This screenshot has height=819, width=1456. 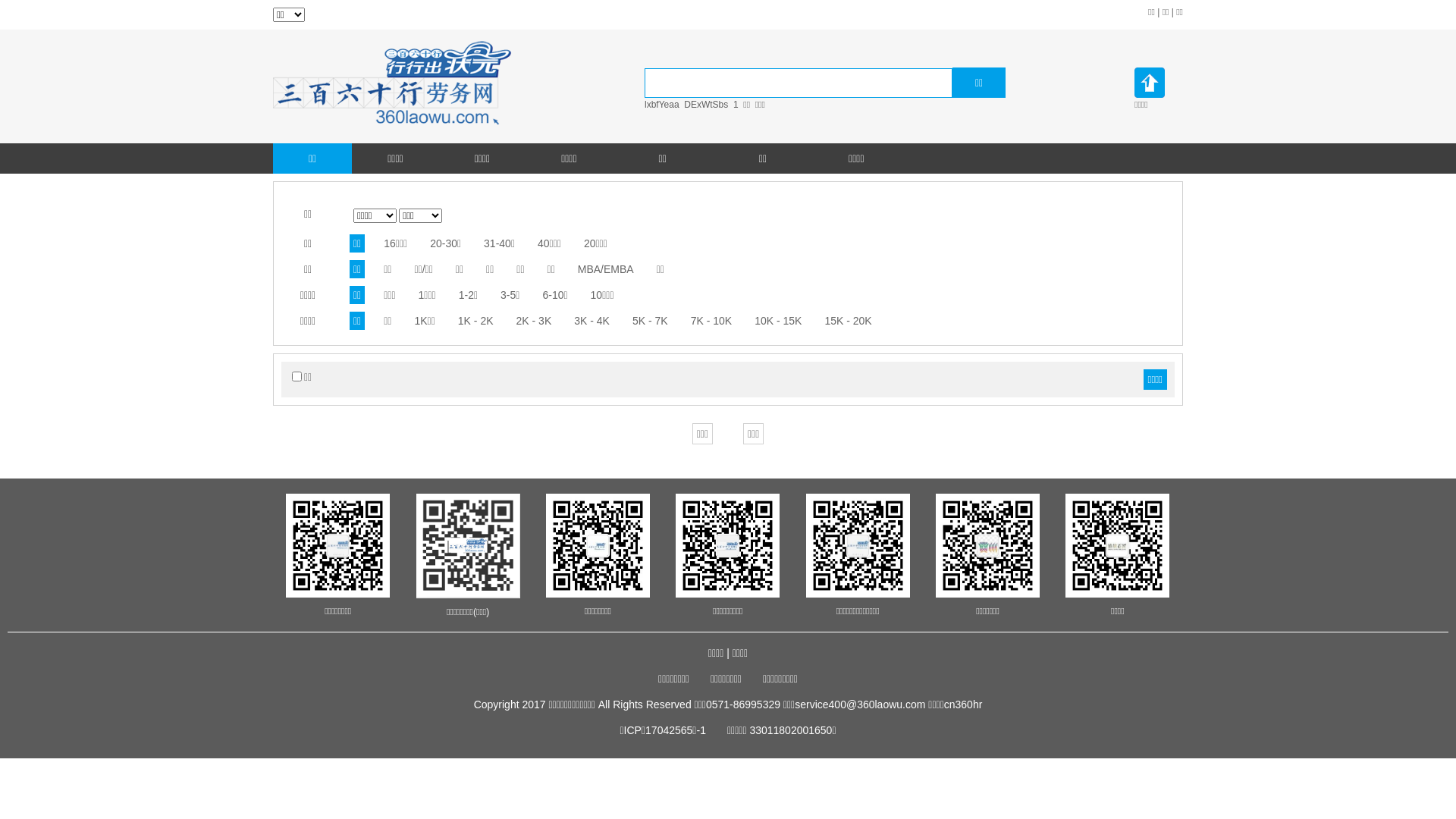 I want to click on '5K - 7K', so click(x=650, y=320).